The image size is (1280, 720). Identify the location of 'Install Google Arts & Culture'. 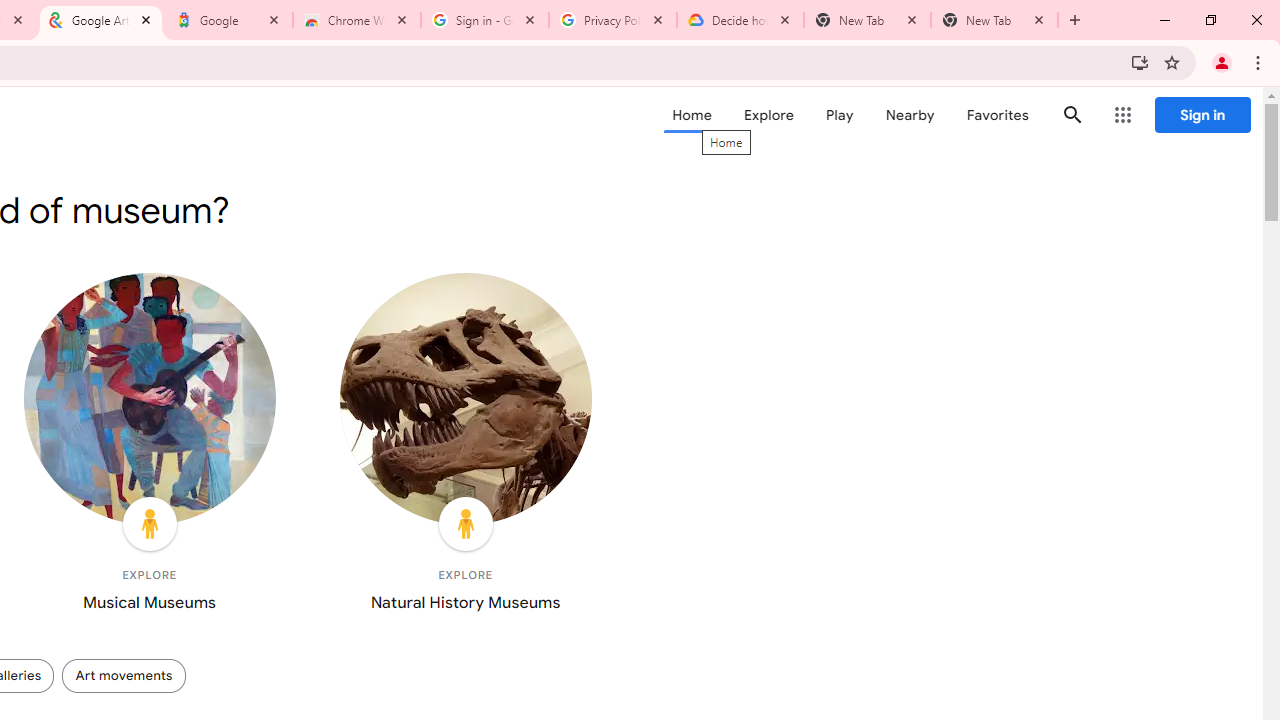
(1139, 61).